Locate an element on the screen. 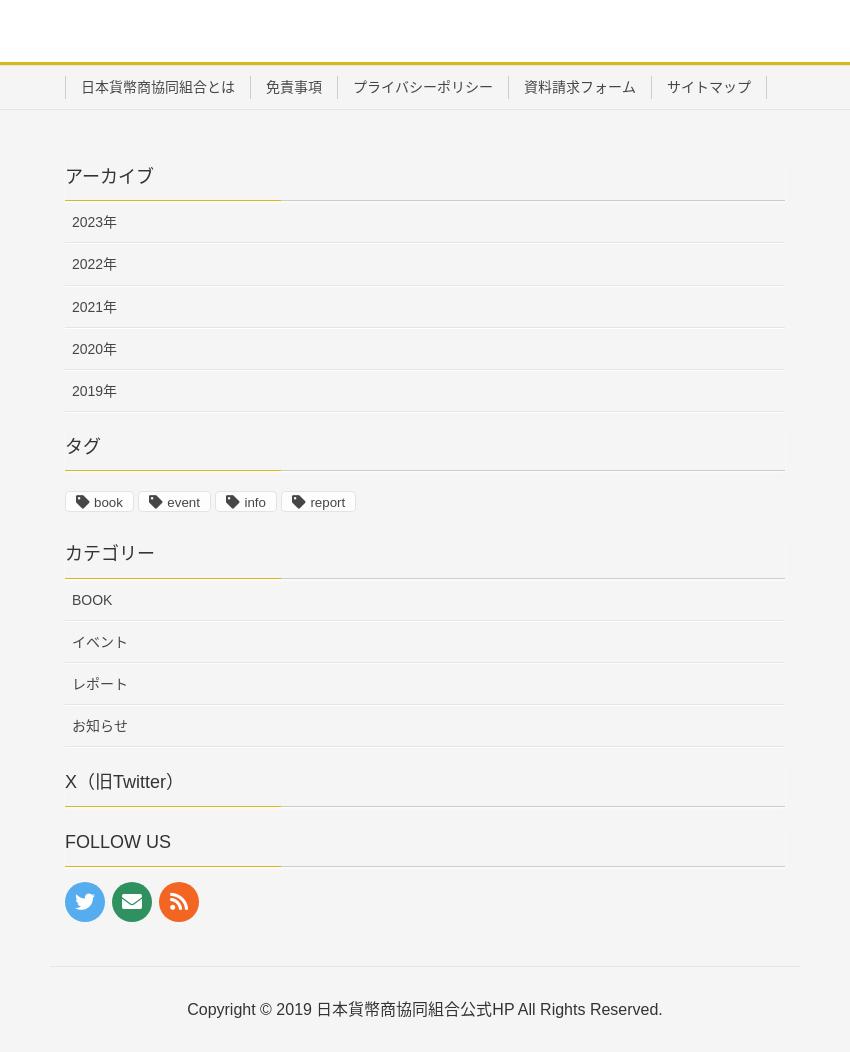 The height and width of the screenshot is (1052, 850). '2019年' is located at coordinates (93, 389).